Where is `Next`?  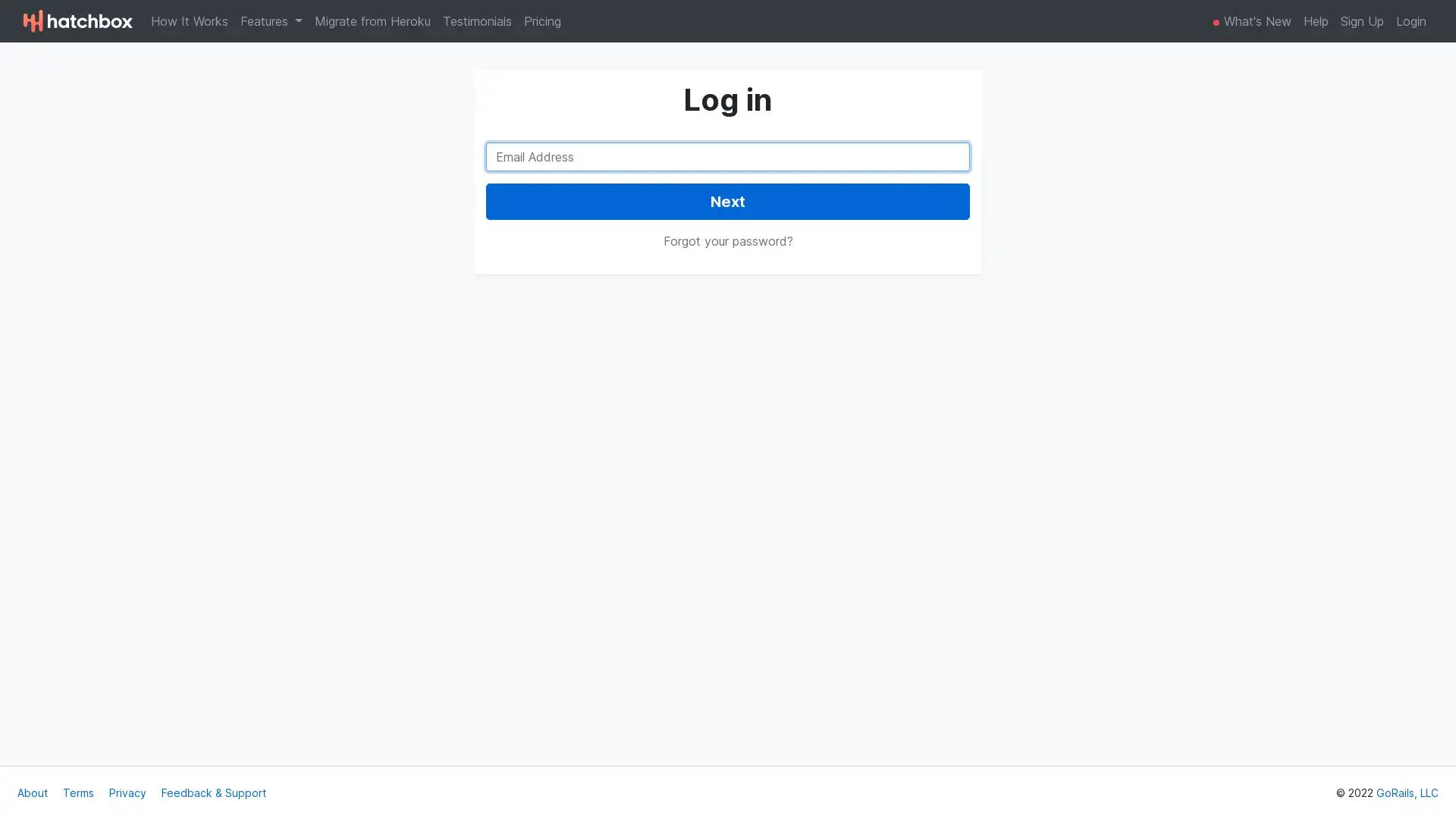 Next is located at coordinates (728, 201).